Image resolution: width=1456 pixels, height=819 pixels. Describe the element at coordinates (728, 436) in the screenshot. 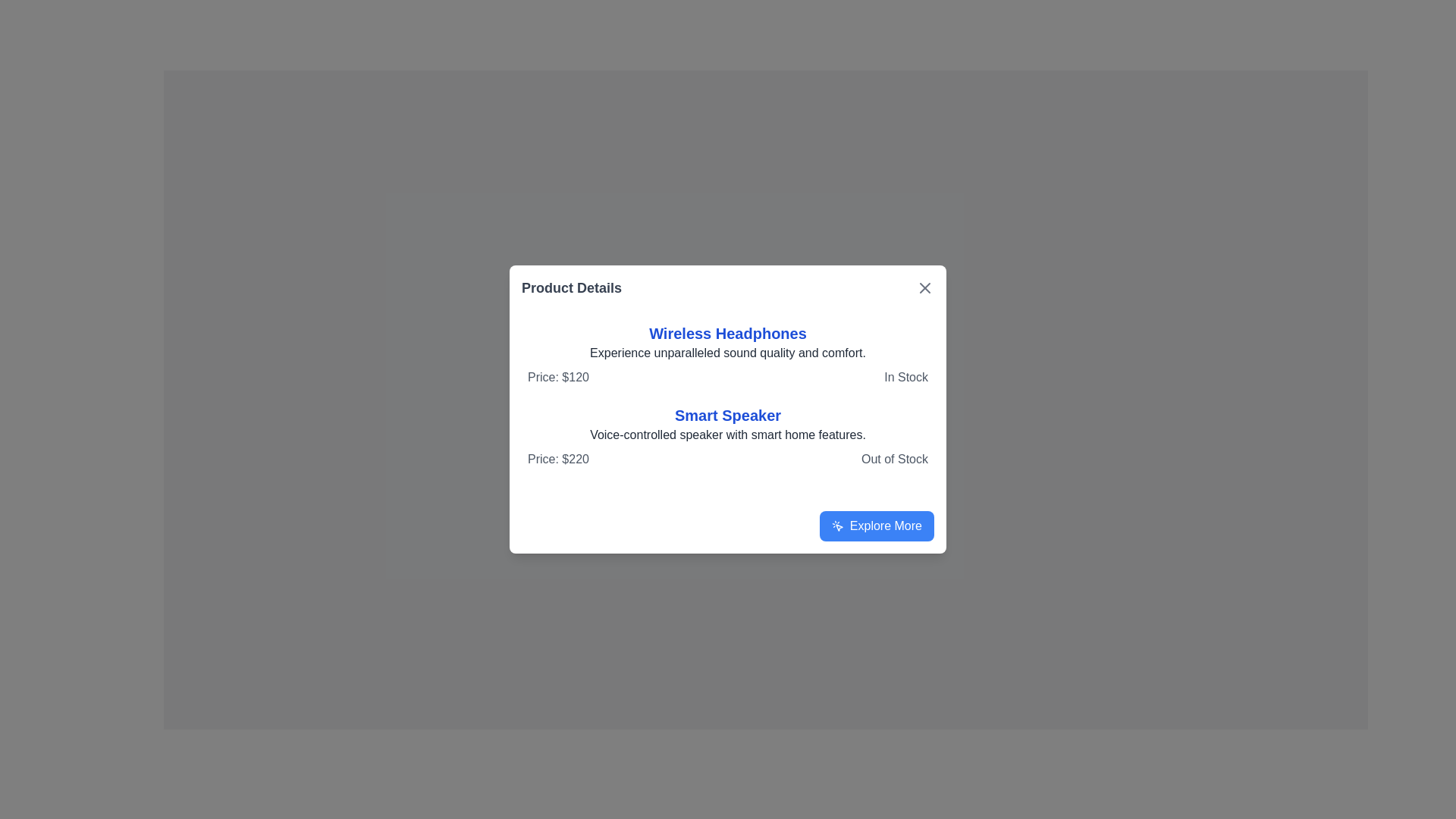

I see `text of the Informational Group for the product titled 'Smart Speaker', which is displayed in bold blue font with additional details in gray font` at that location.